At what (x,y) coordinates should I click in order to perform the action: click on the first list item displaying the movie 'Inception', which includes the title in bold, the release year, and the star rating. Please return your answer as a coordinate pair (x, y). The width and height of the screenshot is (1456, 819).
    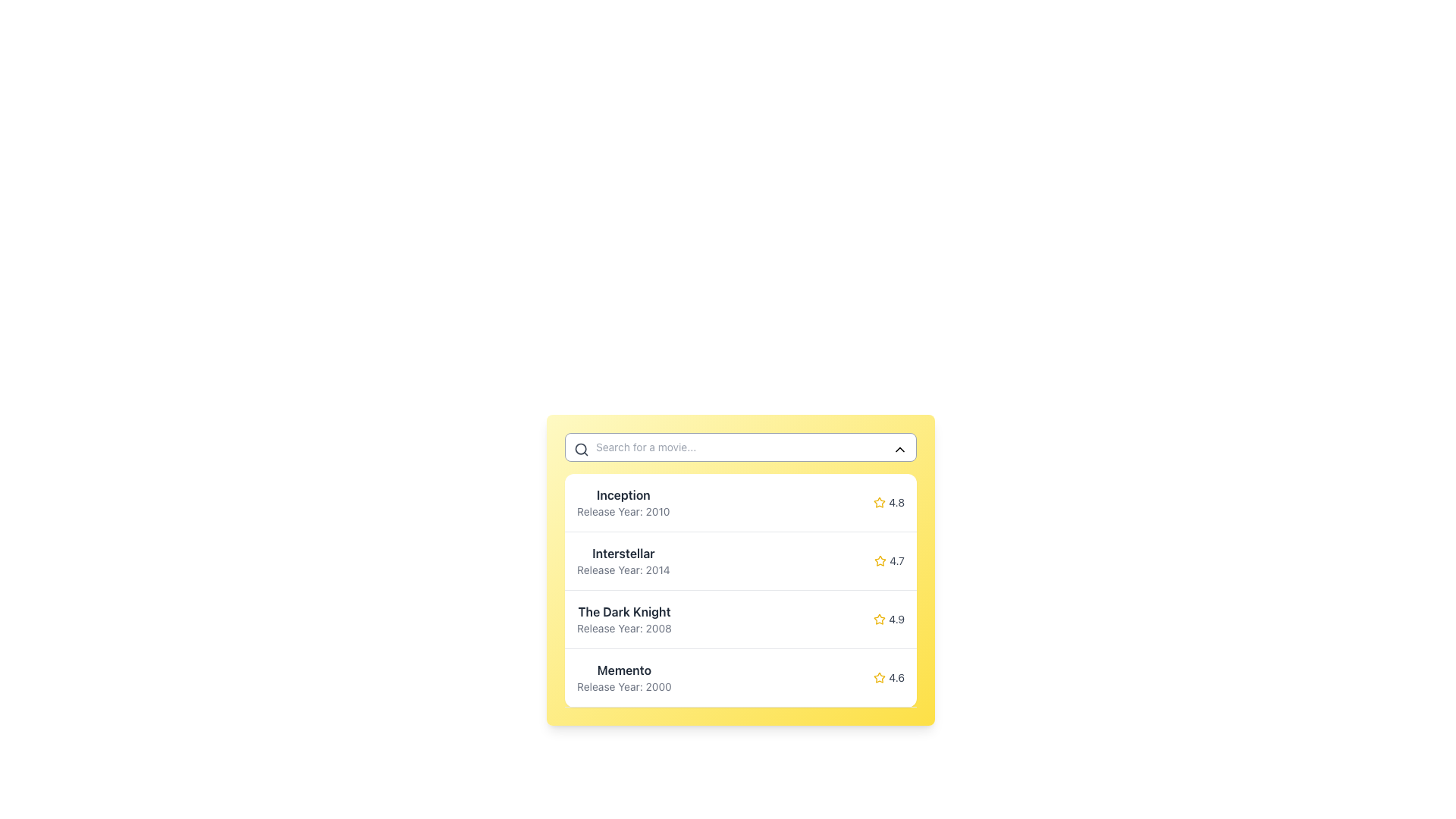
    Looking at the image, I should click on (741, 503).